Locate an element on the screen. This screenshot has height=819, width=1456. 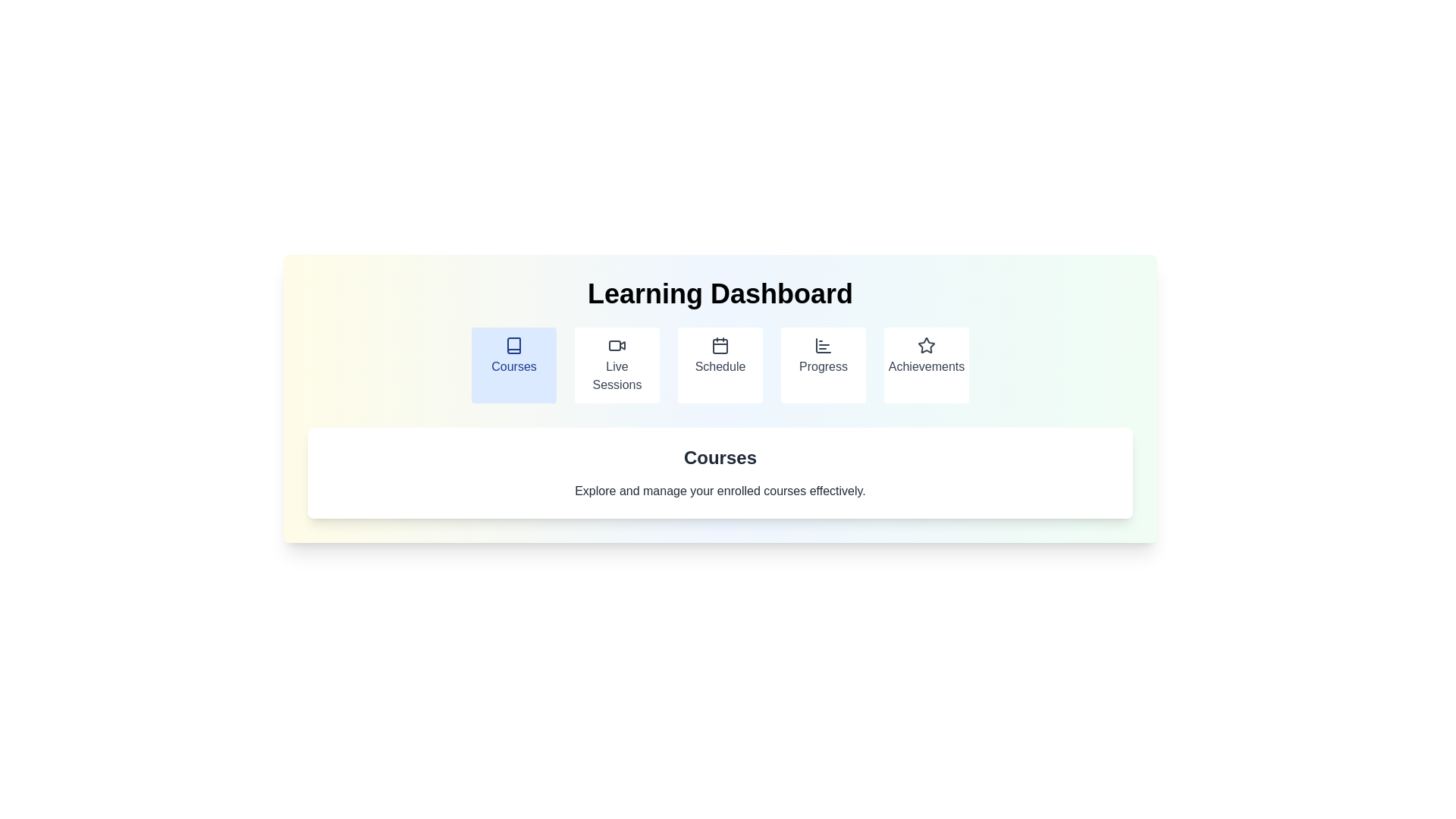
the graphic book icon within the 'Courses' card on the Learning Dashboard interface is located at coordinates (513, 345).